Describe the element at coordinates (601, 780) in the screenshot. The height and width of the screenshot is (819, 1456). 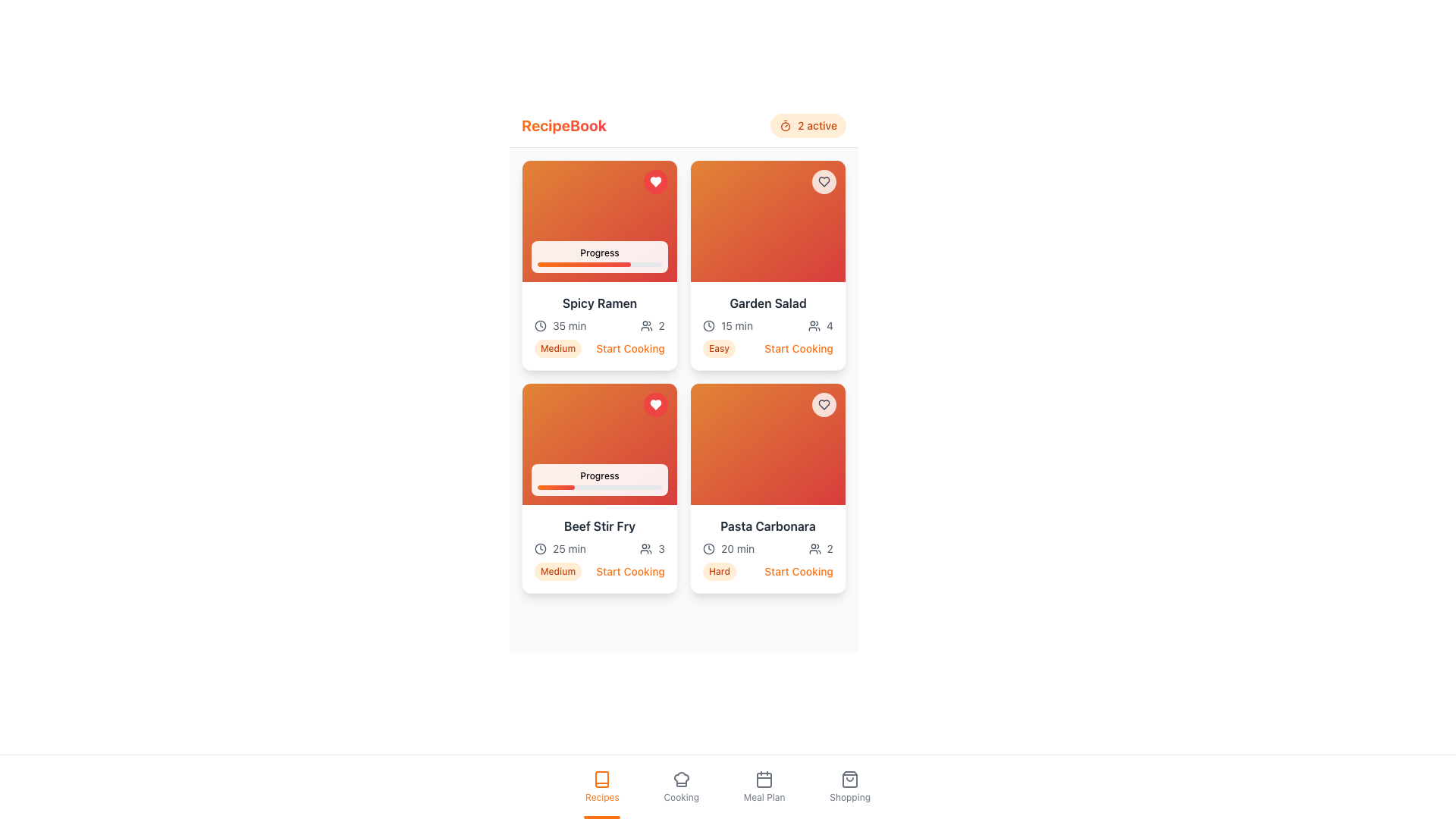
I see `the 'Recipes' tab icon, which is represented by a stroke-based SVG illustration of a book symbol located centrally within the bottom navigation bar` at that location.